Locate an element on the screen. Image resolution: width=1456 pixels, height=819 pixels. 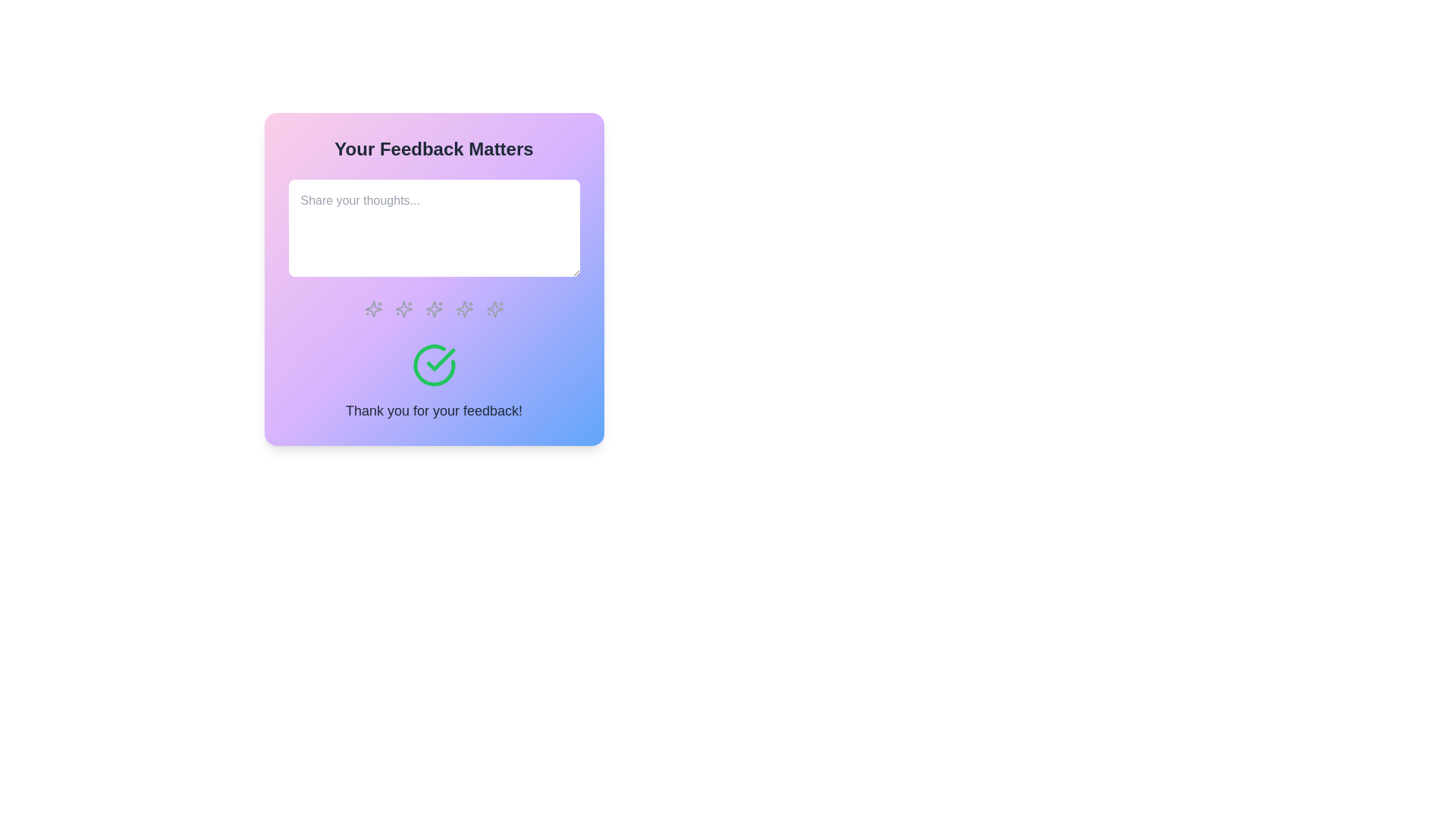
the confirmation message text label that acknowledges the receipt of user feedback, positioned below a green checkmark symbol in the feedback form layout is located at coordinates (433, 411).